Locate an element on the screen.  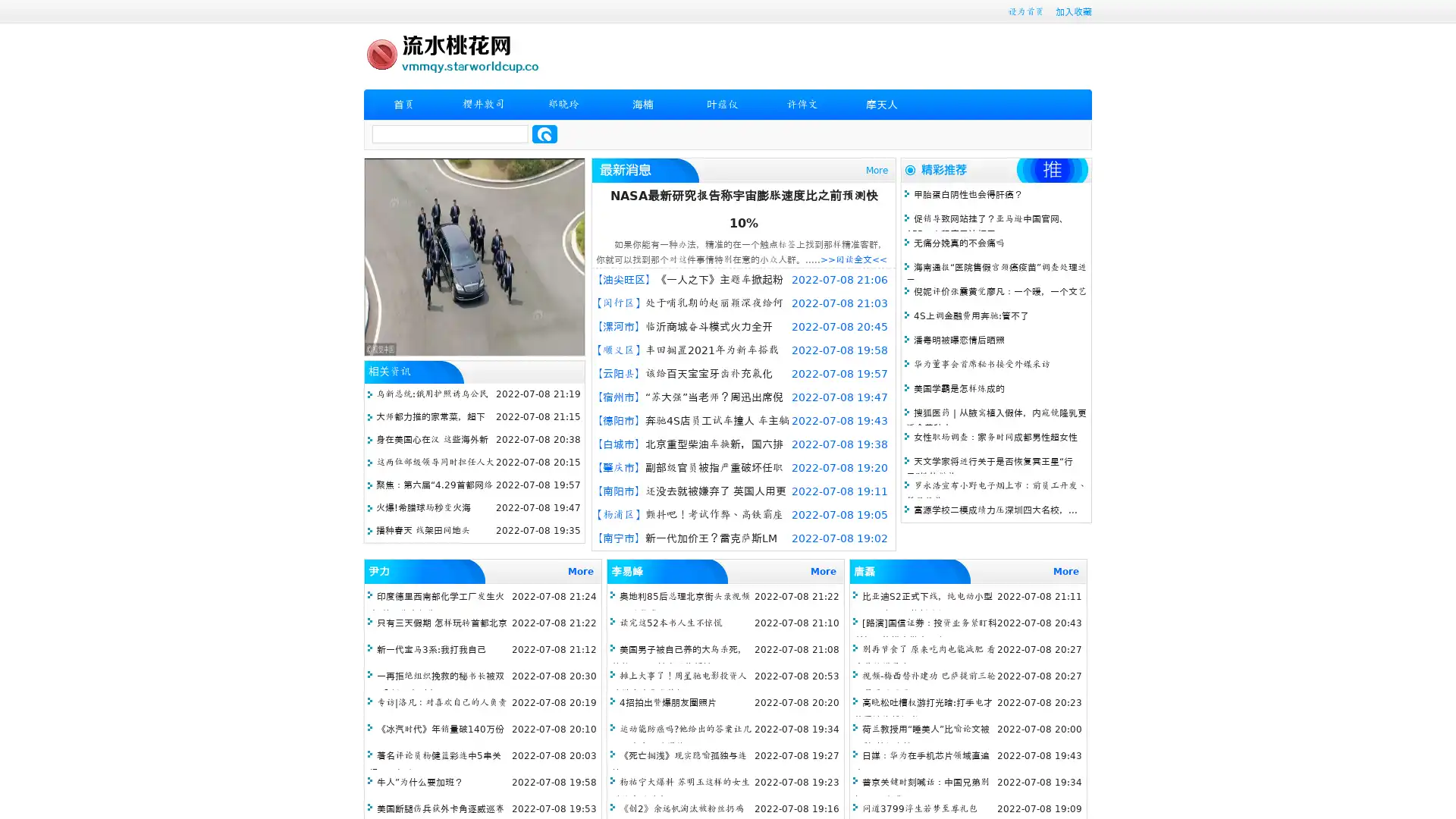
Search is located at coordinates (544, 133).